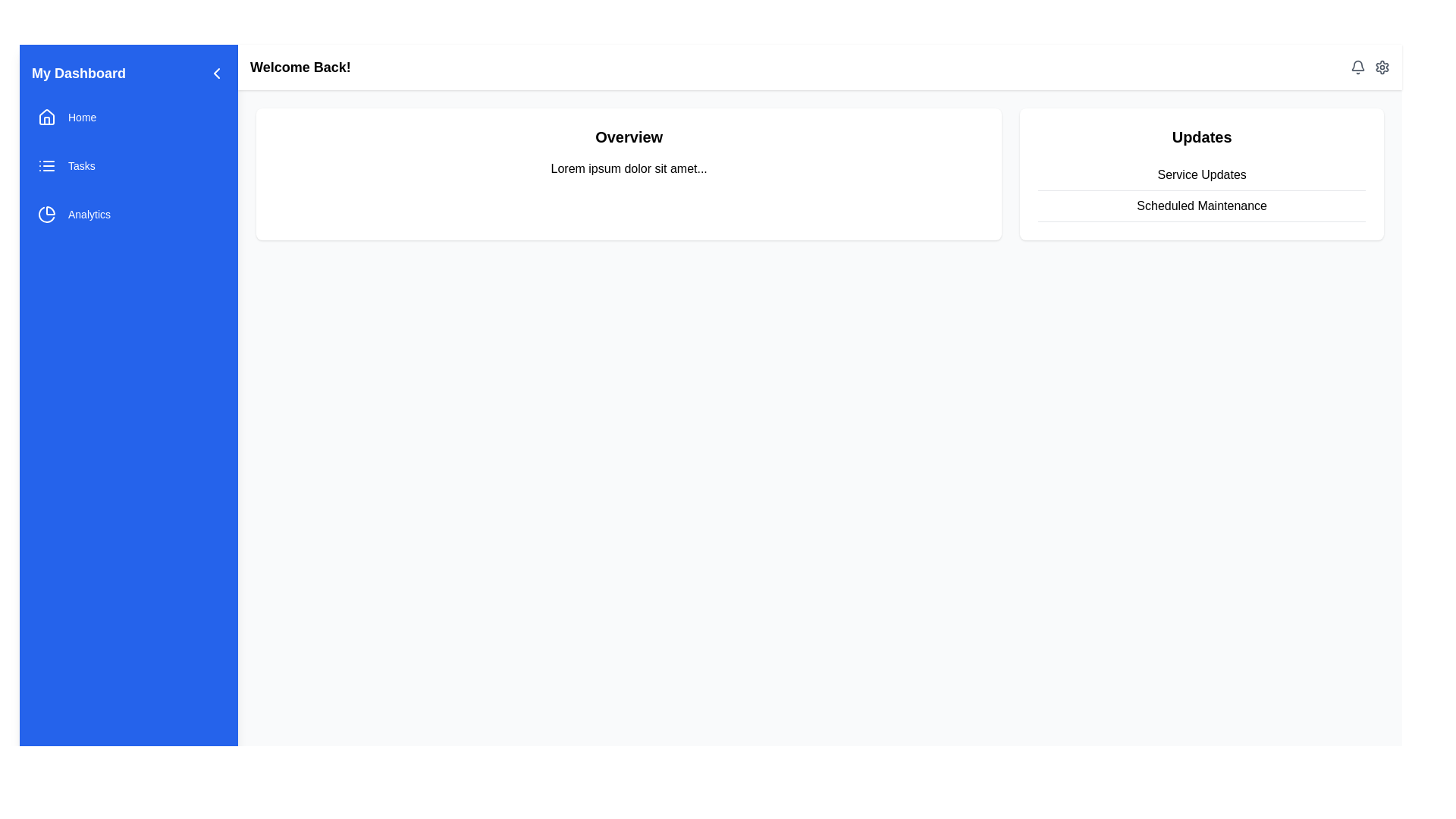  Describe the element at coordinates (81, 116) in the screenshot. I see `the 'Home' text label in the navigation menu` at that location.